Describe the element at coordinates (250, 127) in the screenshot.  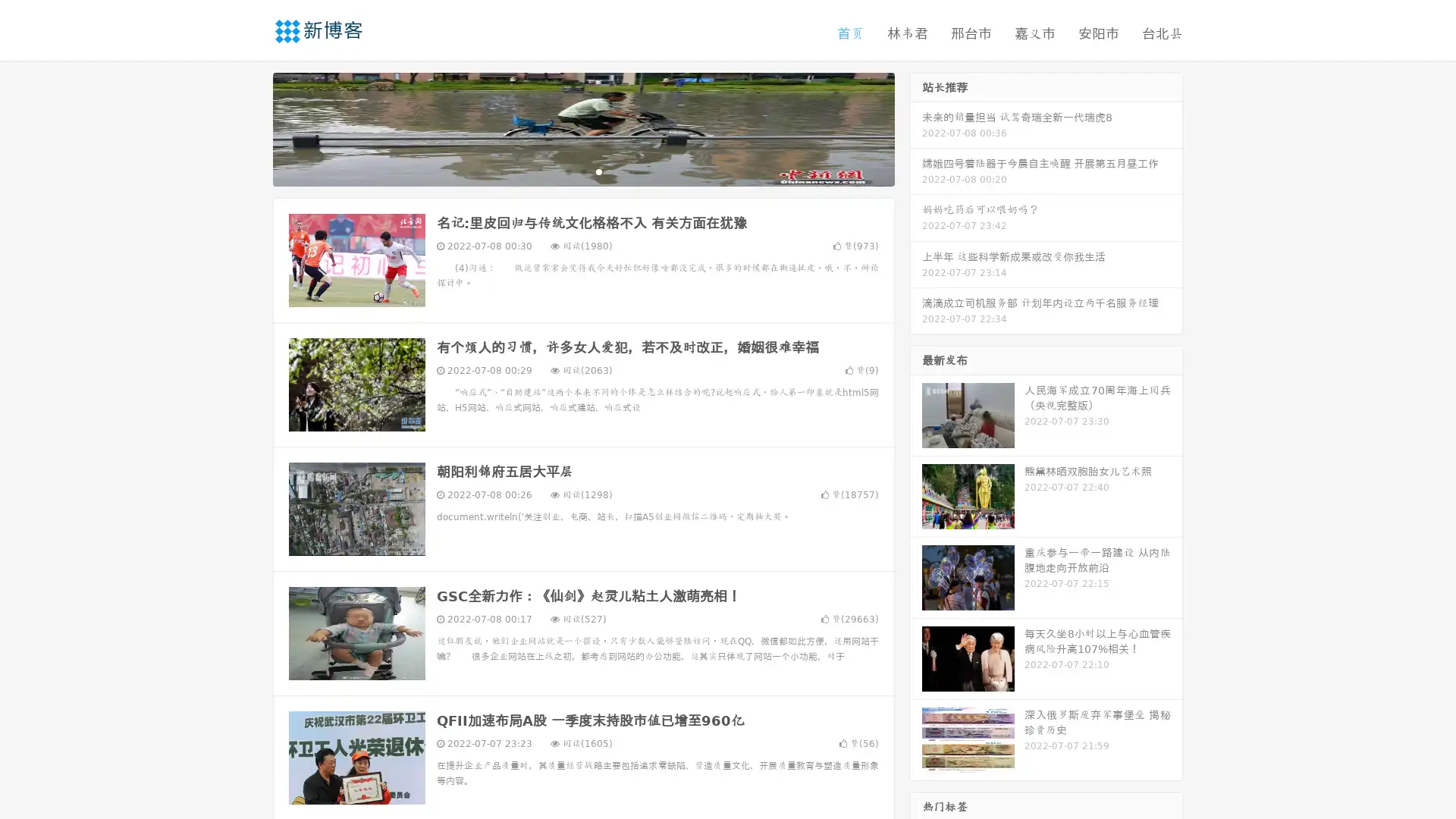
I see `Previous slide` at that location.